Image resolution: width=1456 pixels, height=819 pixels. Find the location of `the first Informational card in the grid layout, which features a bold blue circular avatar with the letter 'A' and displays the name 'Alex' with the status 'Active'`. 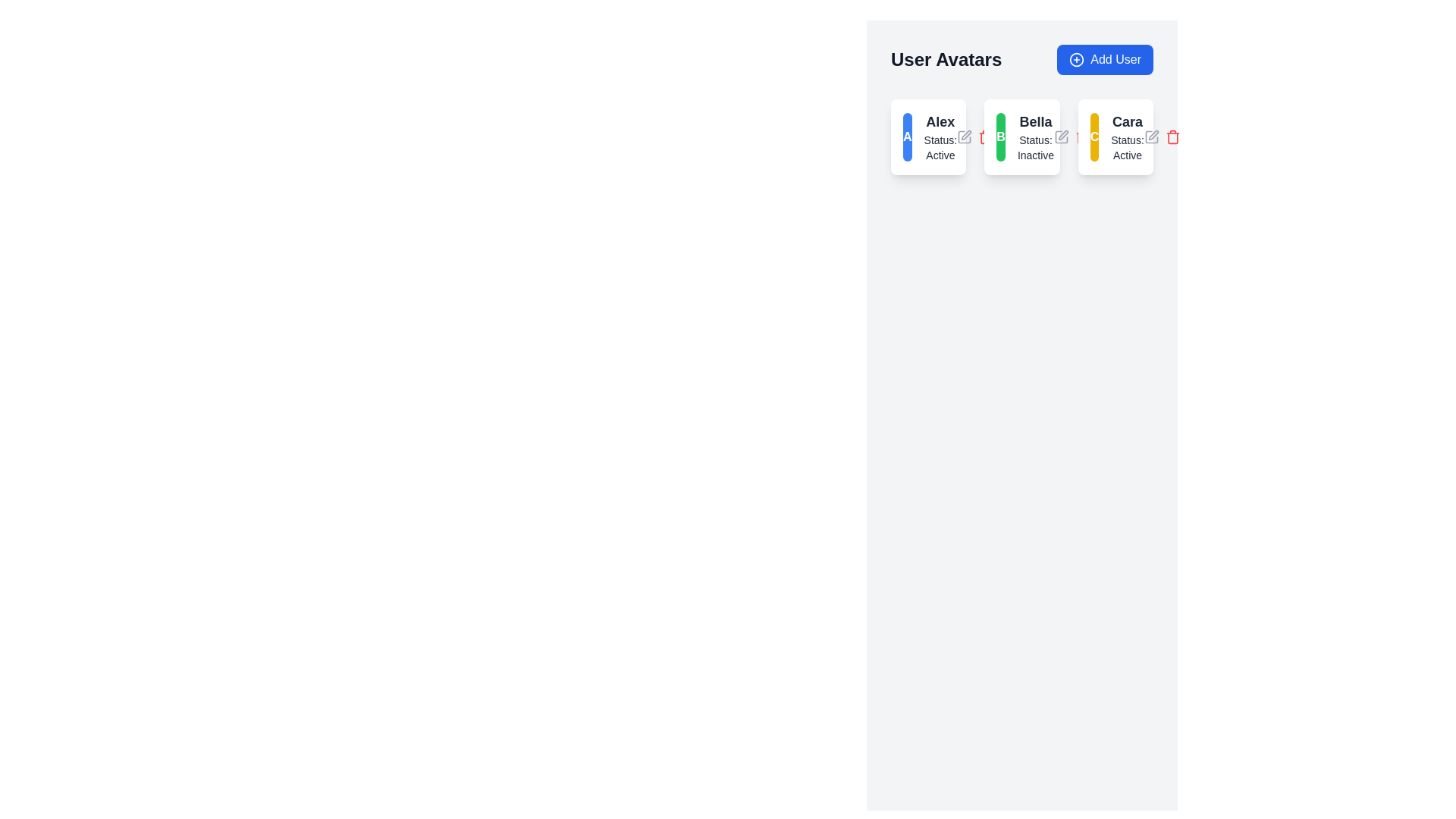

the first Informational card in the grid layout, which features a bold blue circular avatar with the letter 'A' and displays the name 'Alex' with the status 'Active' is located at coordinates (927, 137).